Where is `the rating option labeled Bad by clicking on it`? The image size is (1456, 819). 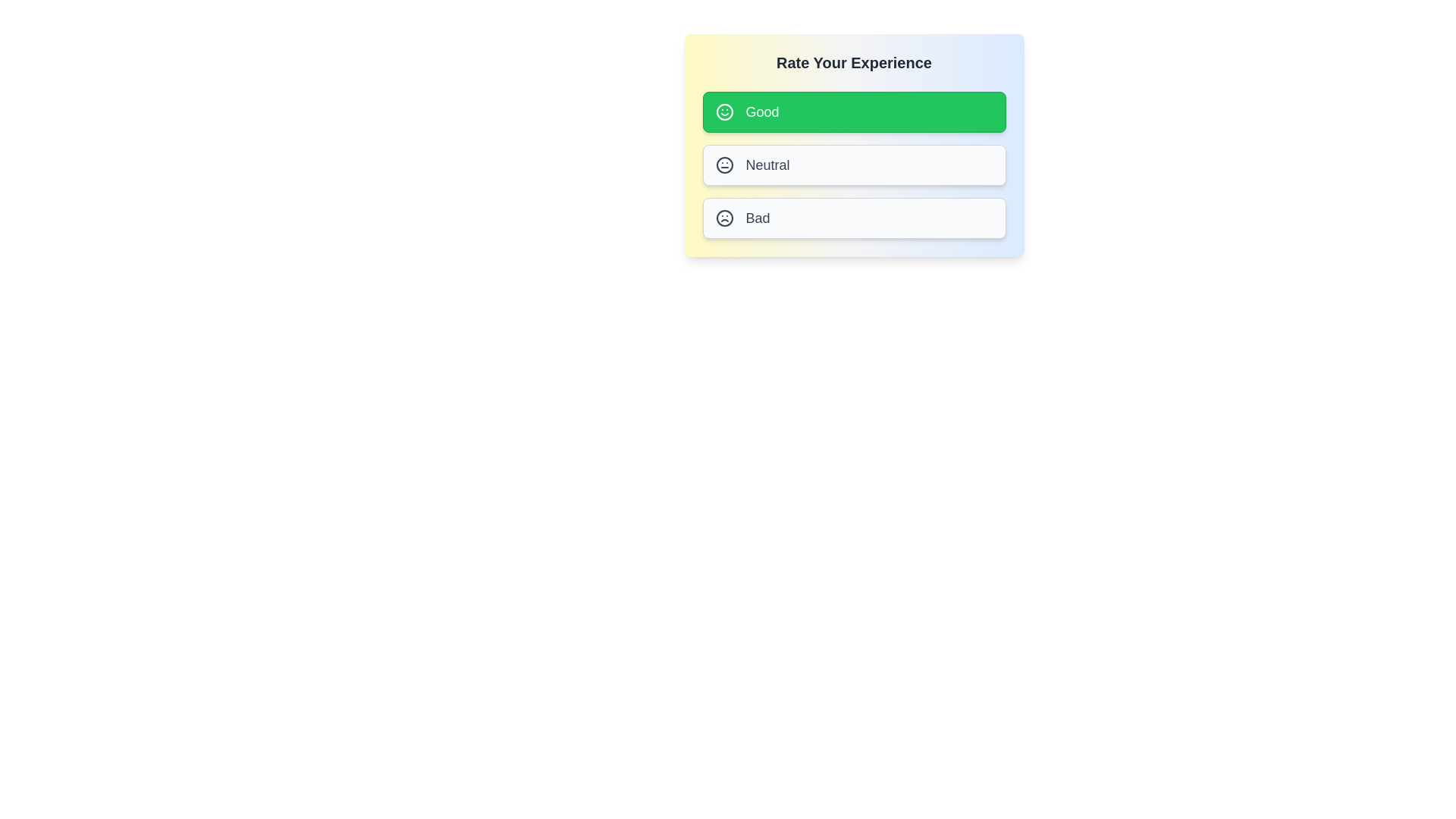 the rating option labeled Bad by clicking on it is located at coordinates (854, 218).